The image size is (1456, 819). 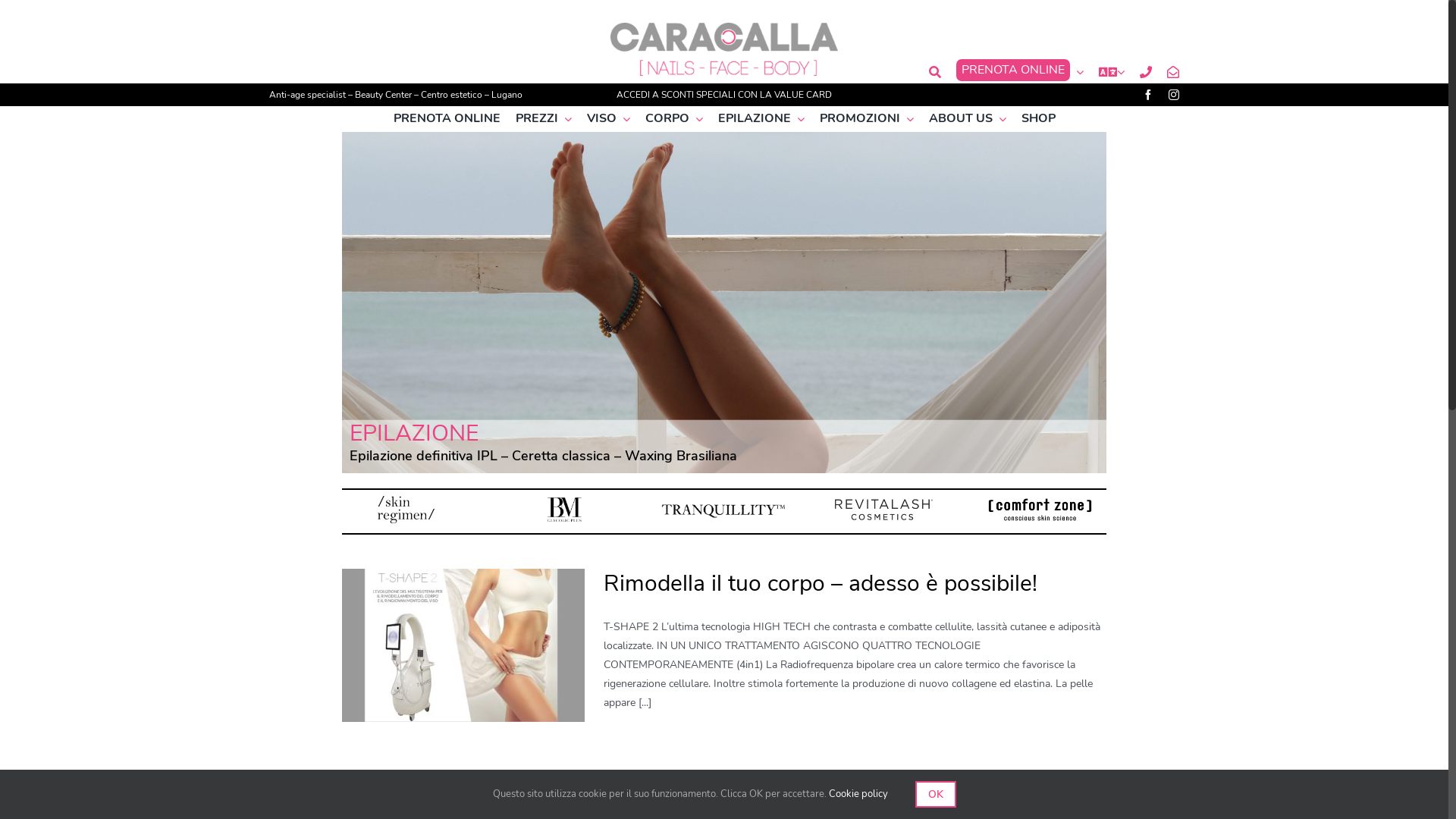 I want to click on 'VISO', so click(x=608, y=118).